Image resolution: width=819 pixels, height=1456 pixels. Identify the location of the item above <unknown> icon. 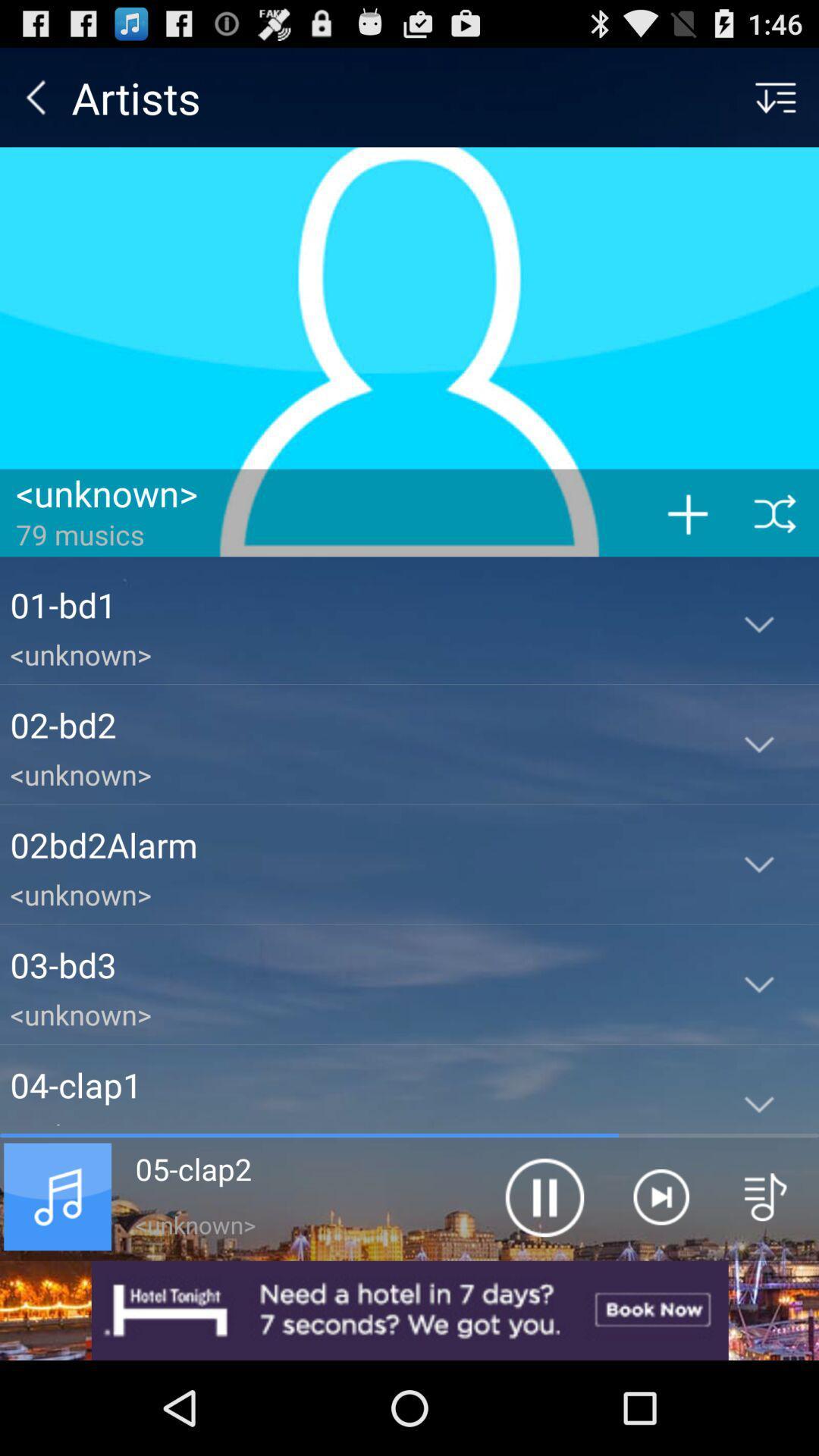
(354, 964).